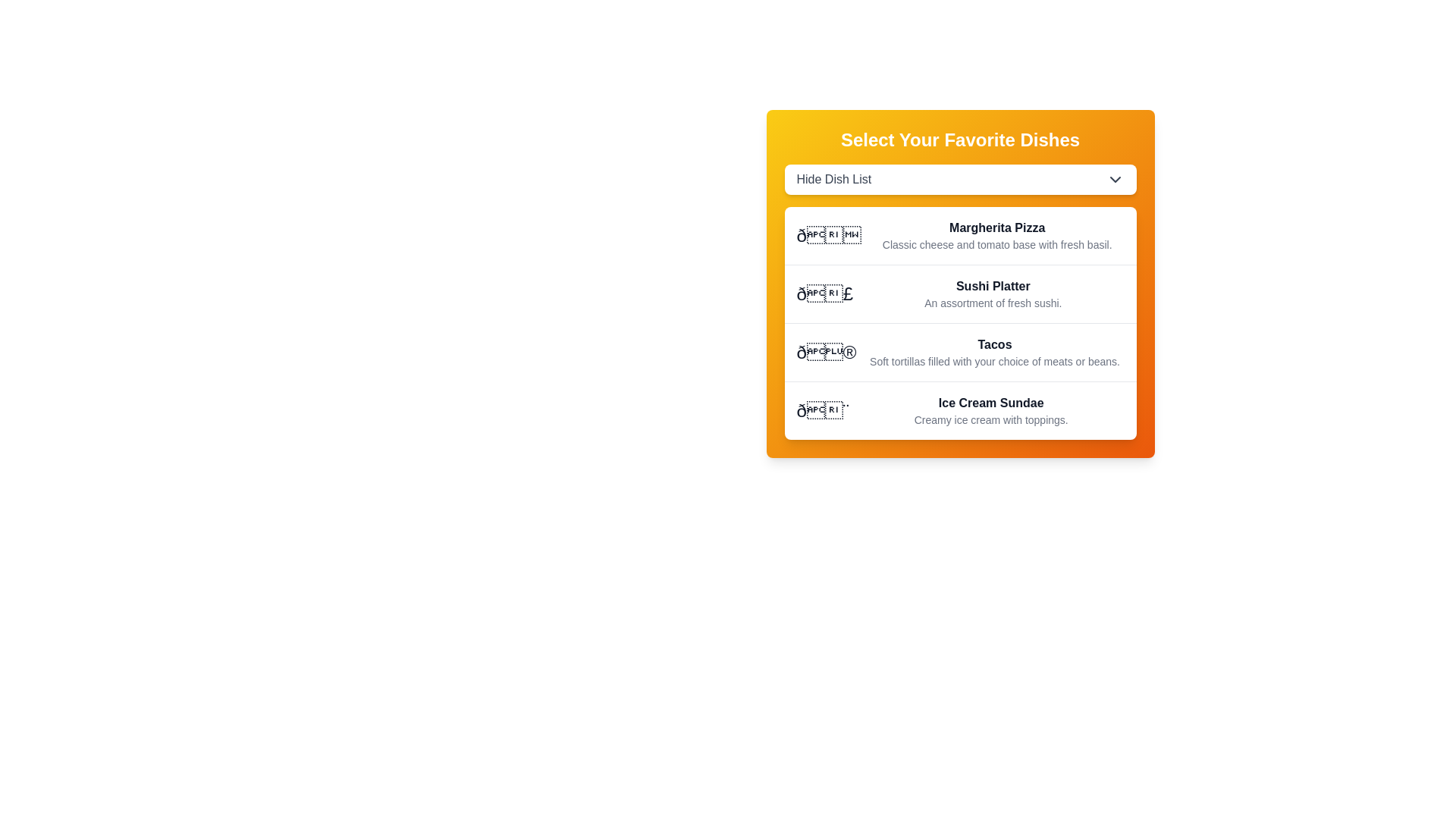  Describe the element at coordinates (994, 345) in the screenshot. I see `the 'Tacos' text element, which is the third item in the 'Select Your Favorite Dishes' panel, positioned between 'Sushi Platter' and 'Ice Cream Sundae'` at that location.